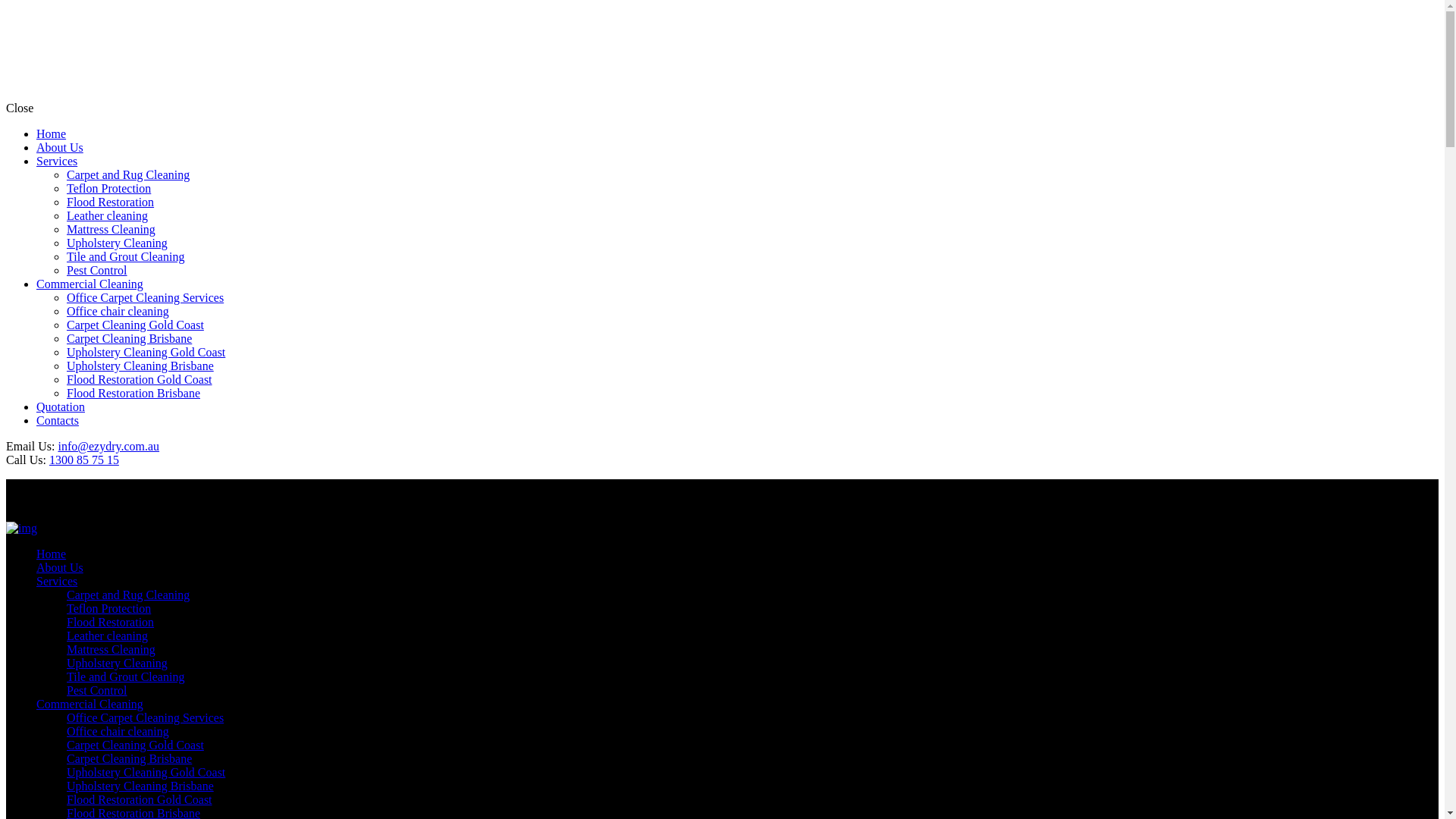 This screenshot has width=1456, height=819. Describe the element at coordinates (49, 459) in the screenshot. I see `'1300 85 75 15'` at that location.